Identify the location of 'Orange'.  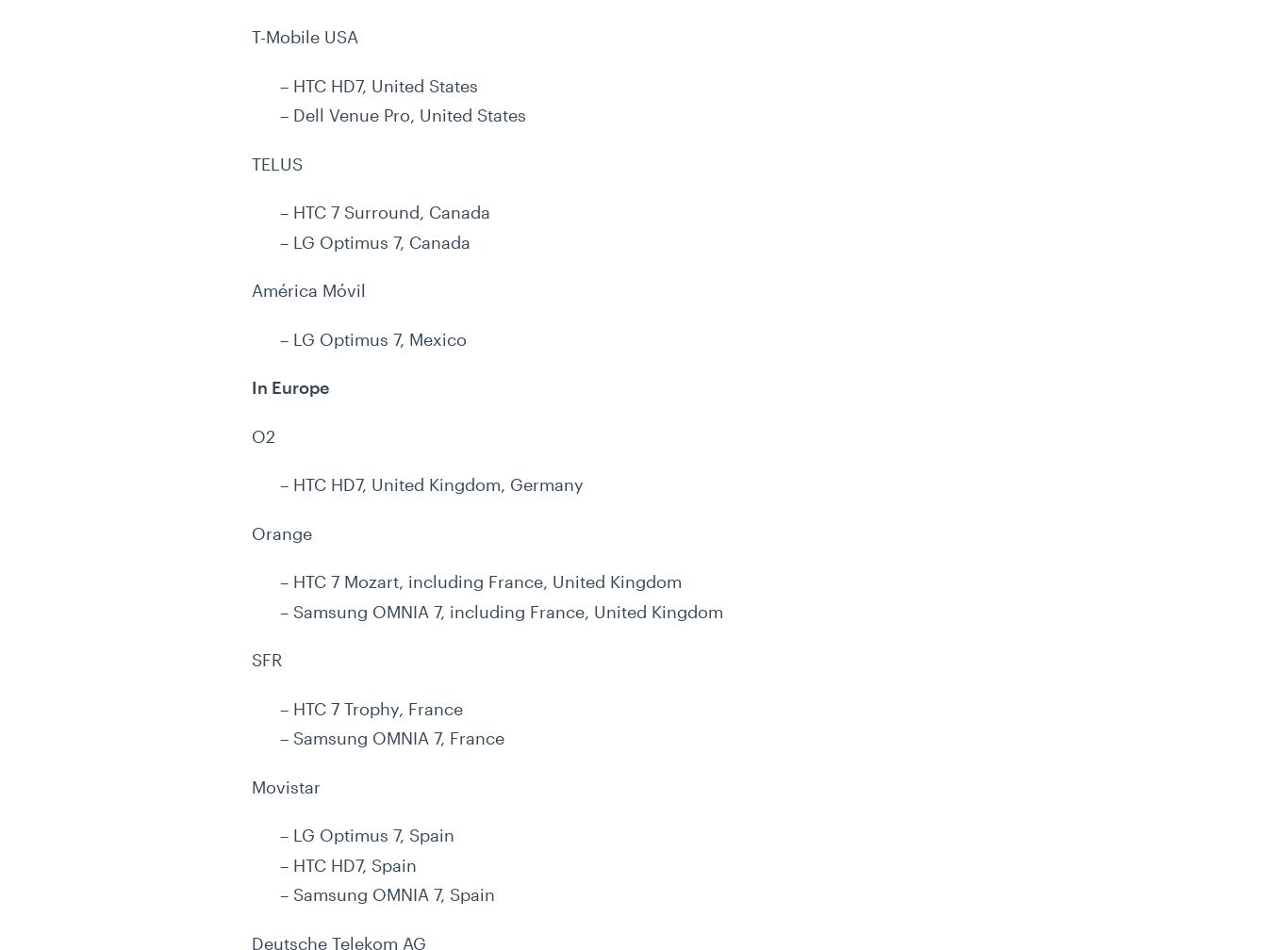
(282, 532).